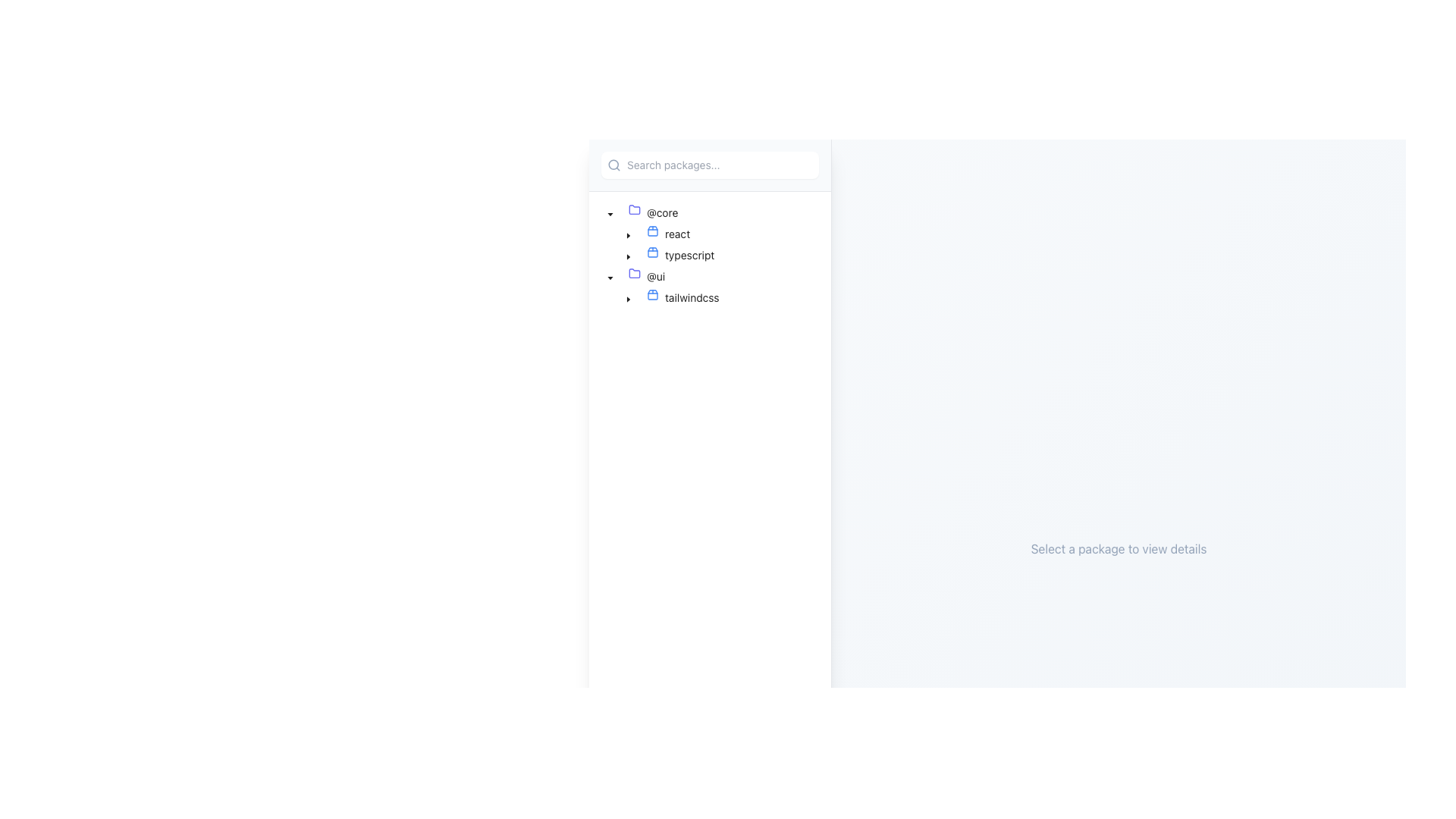  I want to click on the graphical icon representing the 'react' node in the hierarchical tree structure, located below the '@core' folder label, so click(655, 234).